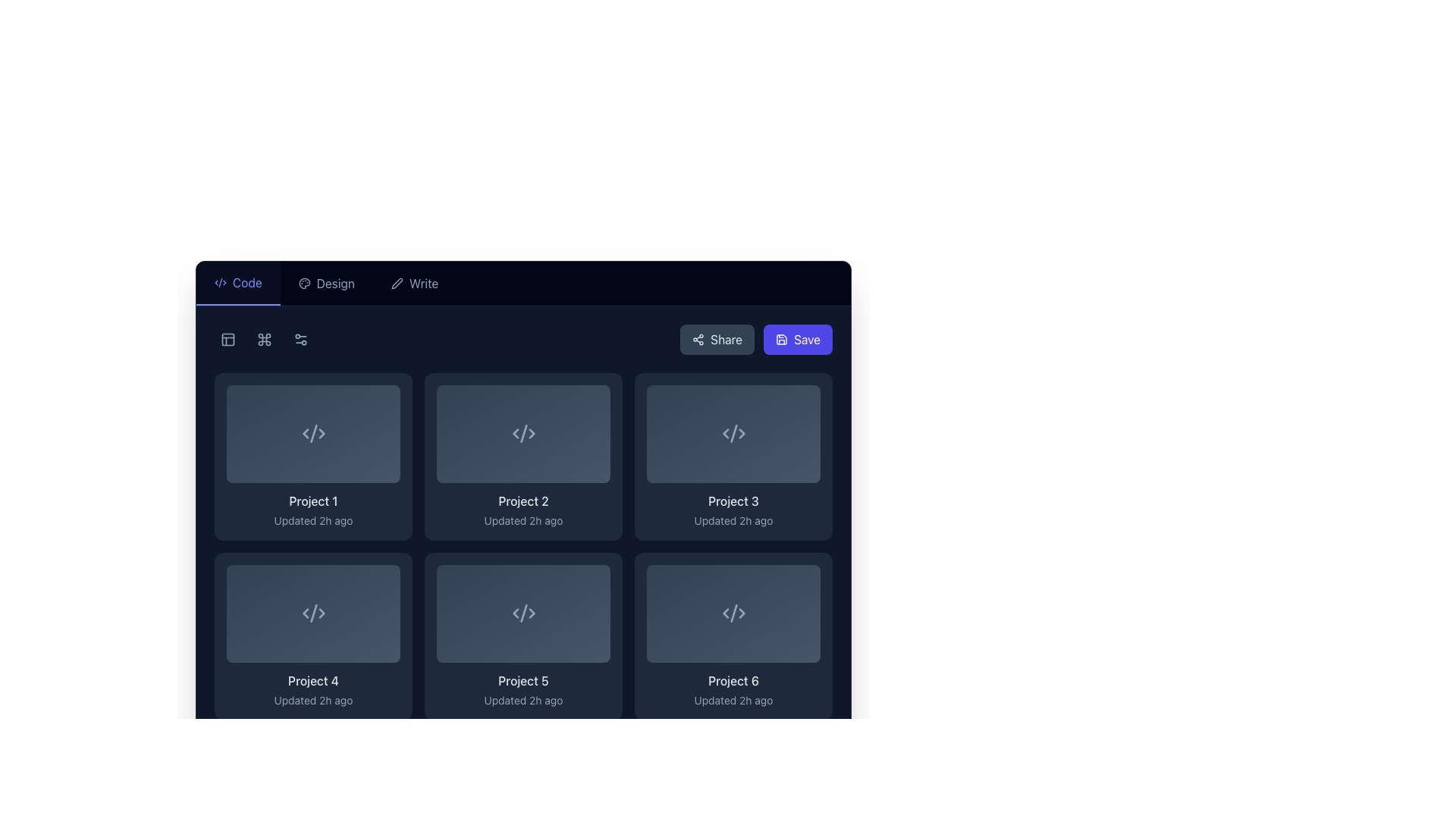 Image resolution: width=1456 pixels, height=819 pixels. I want to click on the slate-gray SVG icon resembling a stack of rectangular sheets located in the top-right corner of the 'Project 3' card, so click(817, 388).